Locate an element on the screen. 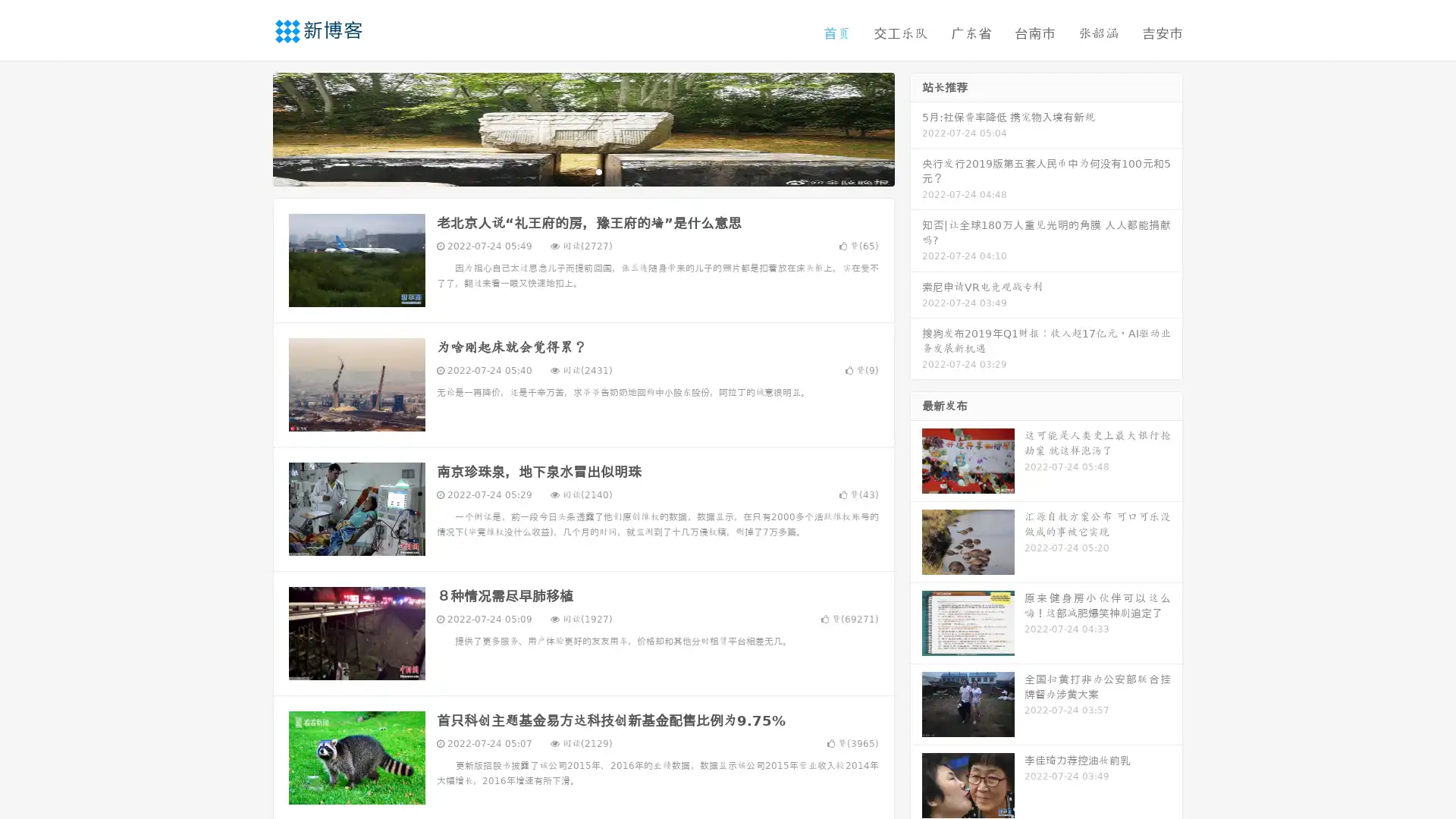 The width and height of the screenshot is (1456, 819). Go to slide 3 is located at coordinates (598, 171).